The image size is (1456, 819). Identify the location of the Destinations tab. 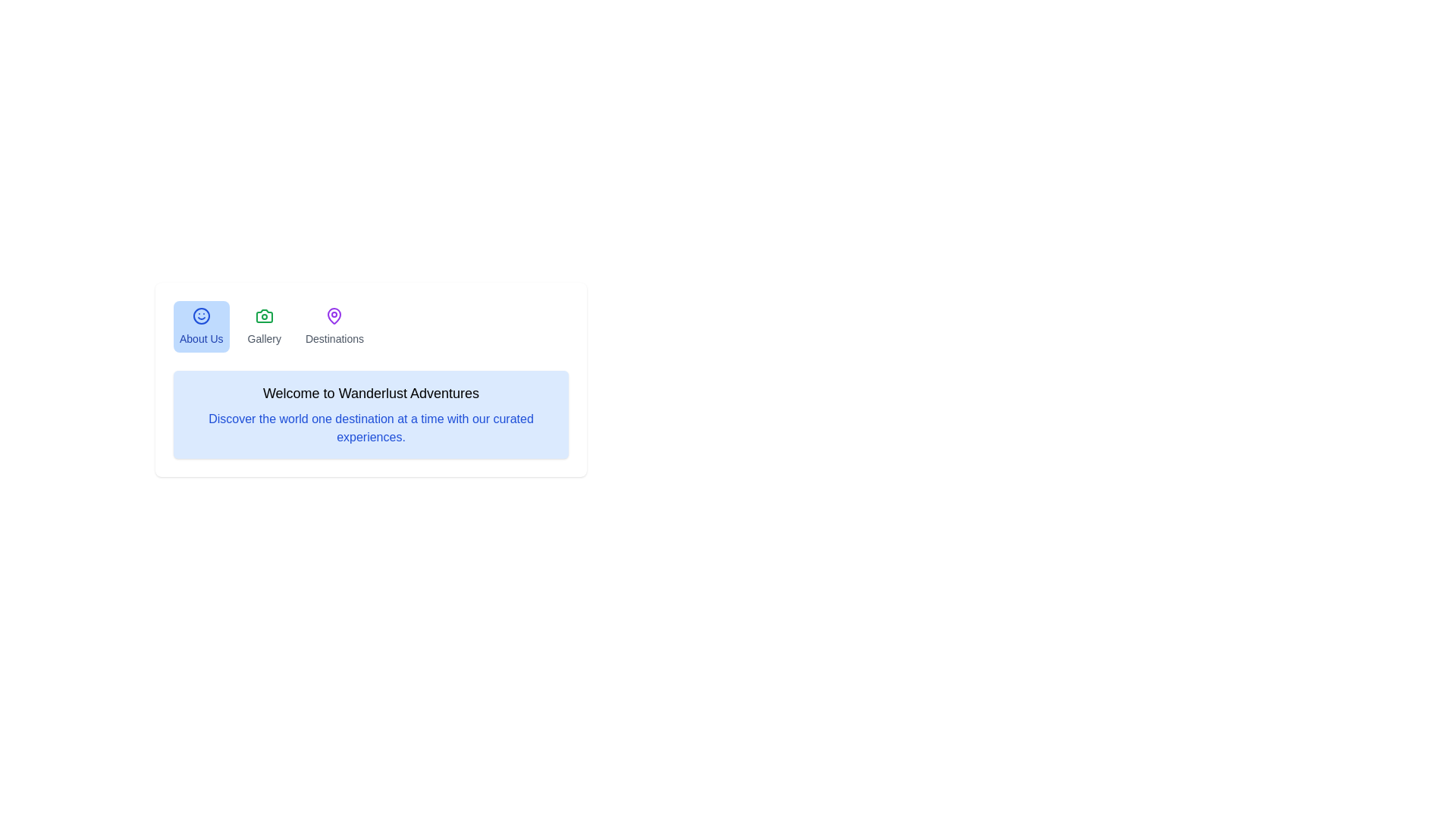
(334, 326).